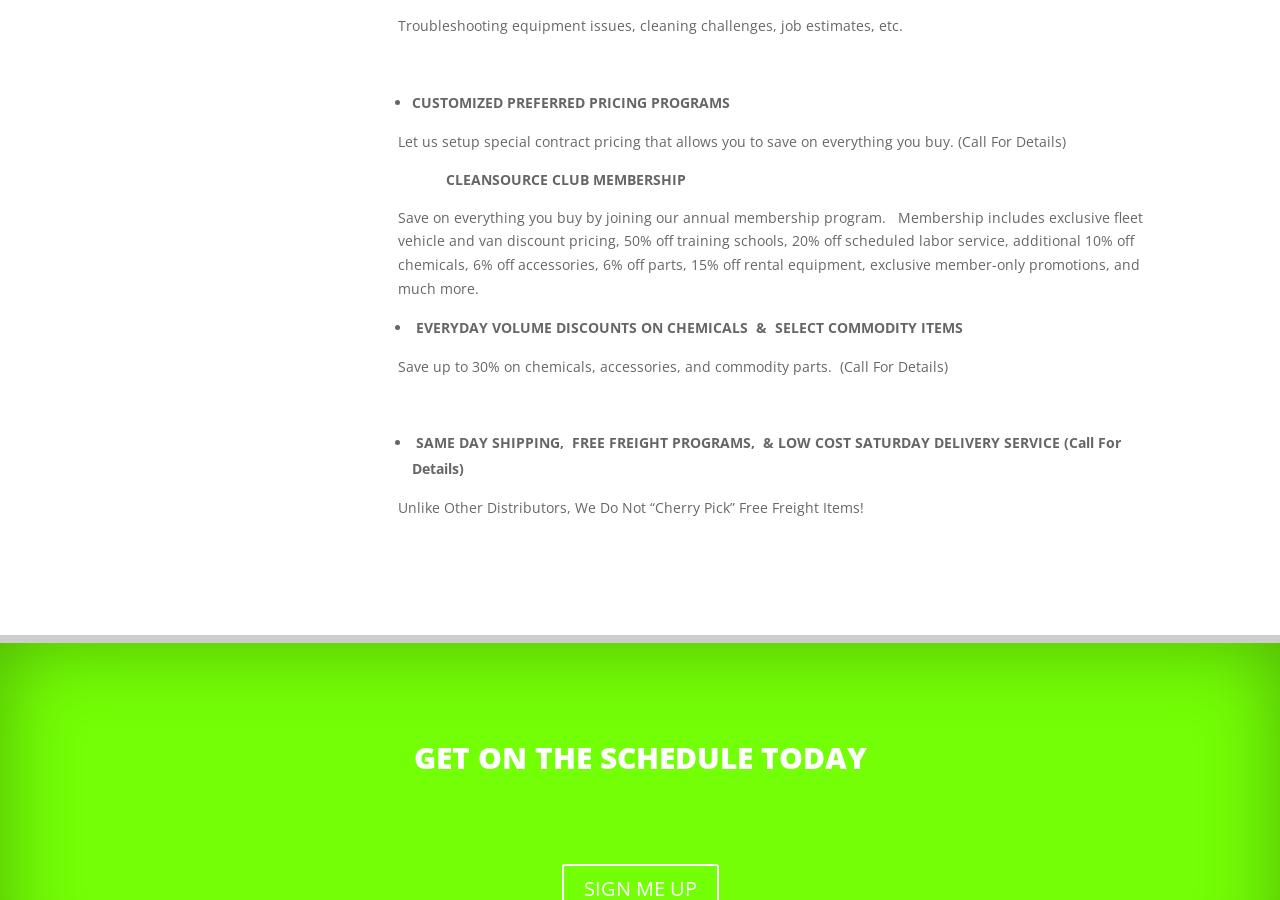  Describe the element at coordinates (630, 506) in the screenshot. I see `'Unlike Other Distributors, We Do Not “Cherry Pick” Free Freight Items!'` at that location.